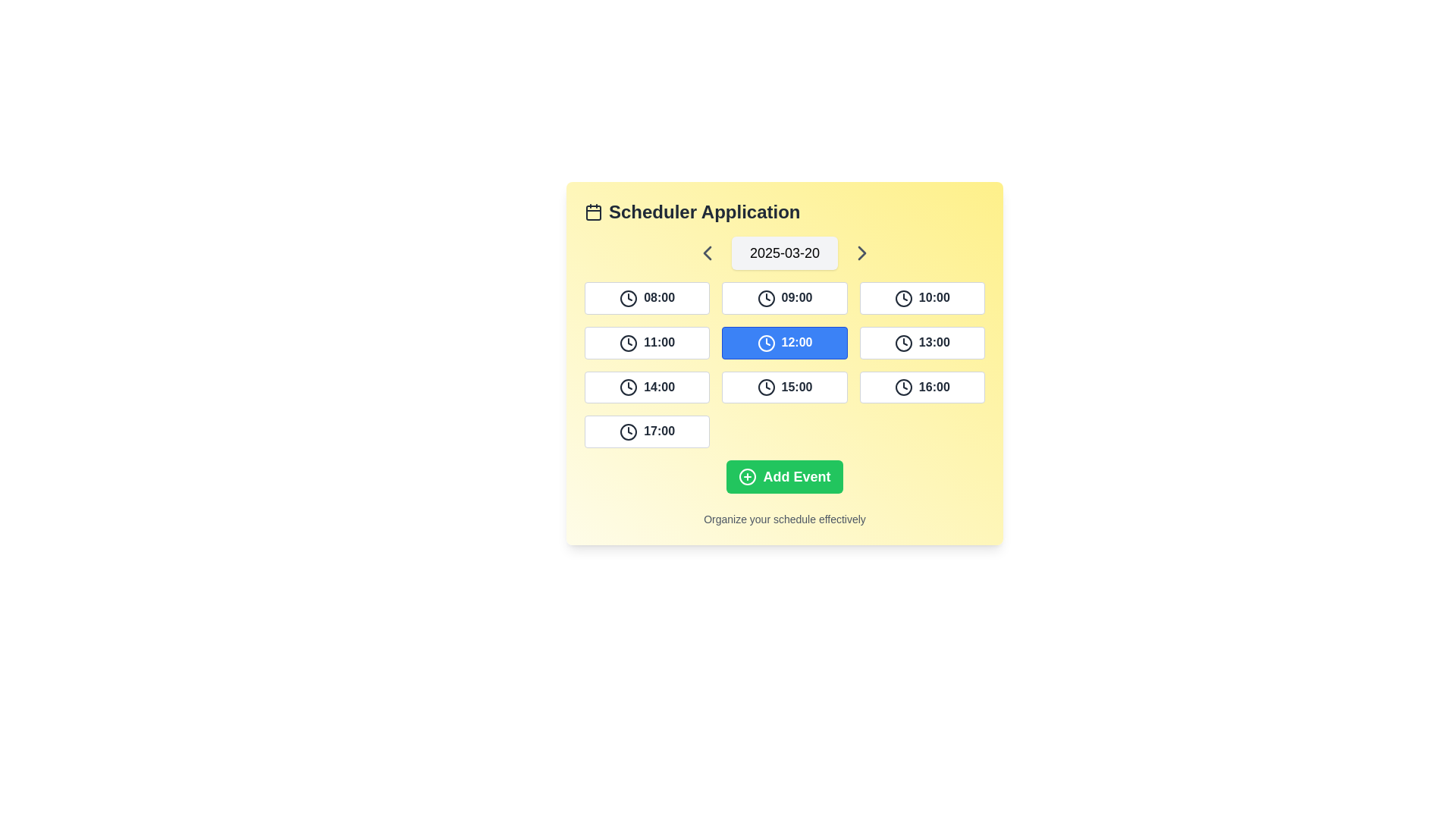 This screenshot has width=1456, height=819. What do you see at coordinates (785, 386) in the screenshot?
I see `the button displaying '15:00' with a clock icon on its left, located` at bounding box center [785, 386].